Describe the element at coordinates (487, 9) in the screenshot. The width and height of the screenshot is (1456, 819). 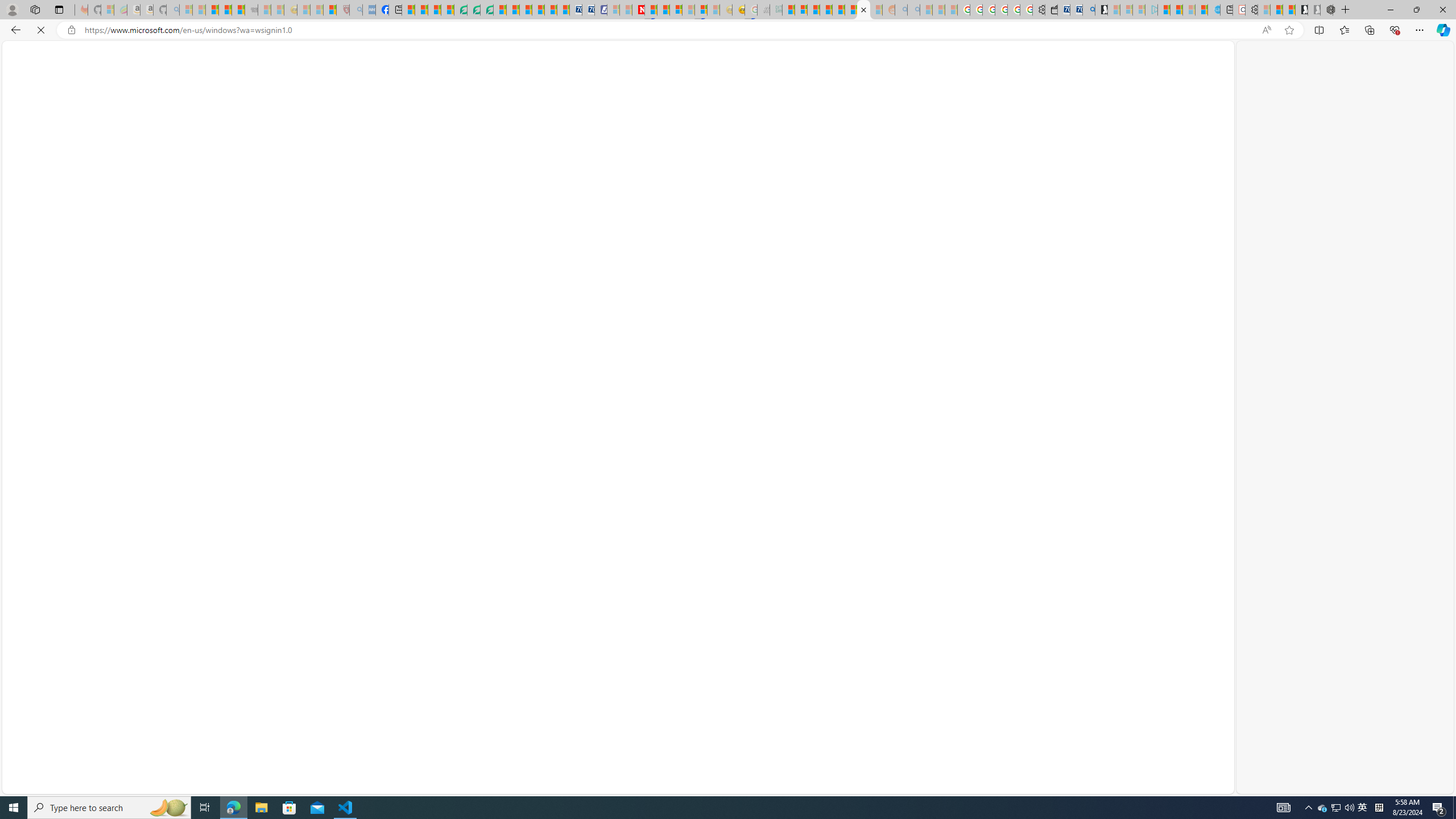
I see `'Microsoft Word - consumer-privacy address update 2.2021'` at that location.